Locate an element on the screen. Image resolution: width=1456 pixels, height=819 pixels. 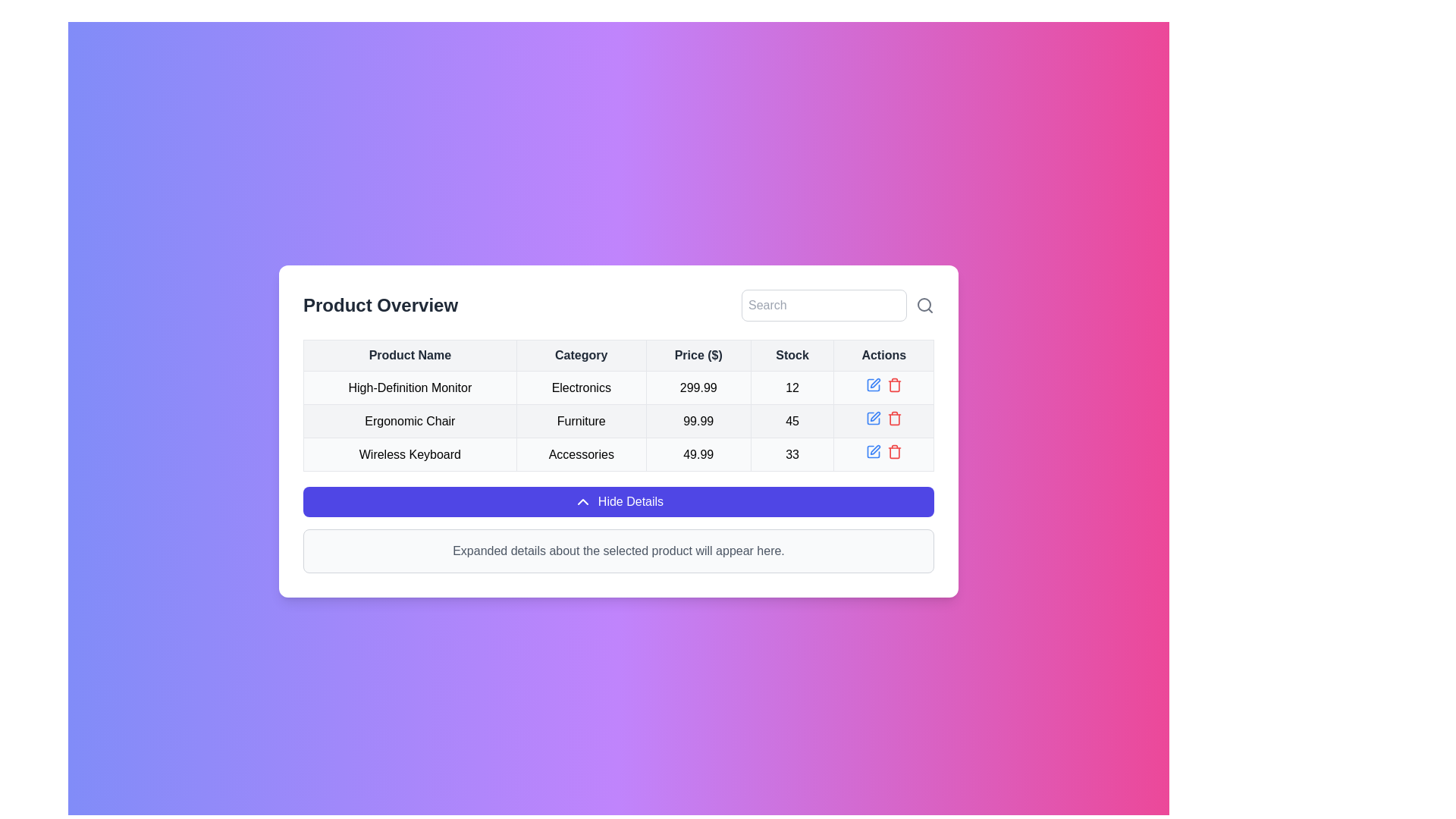
the delete icon button located in the bottom row of the 'Actions' column in the table is located at coordinates (894, 418).